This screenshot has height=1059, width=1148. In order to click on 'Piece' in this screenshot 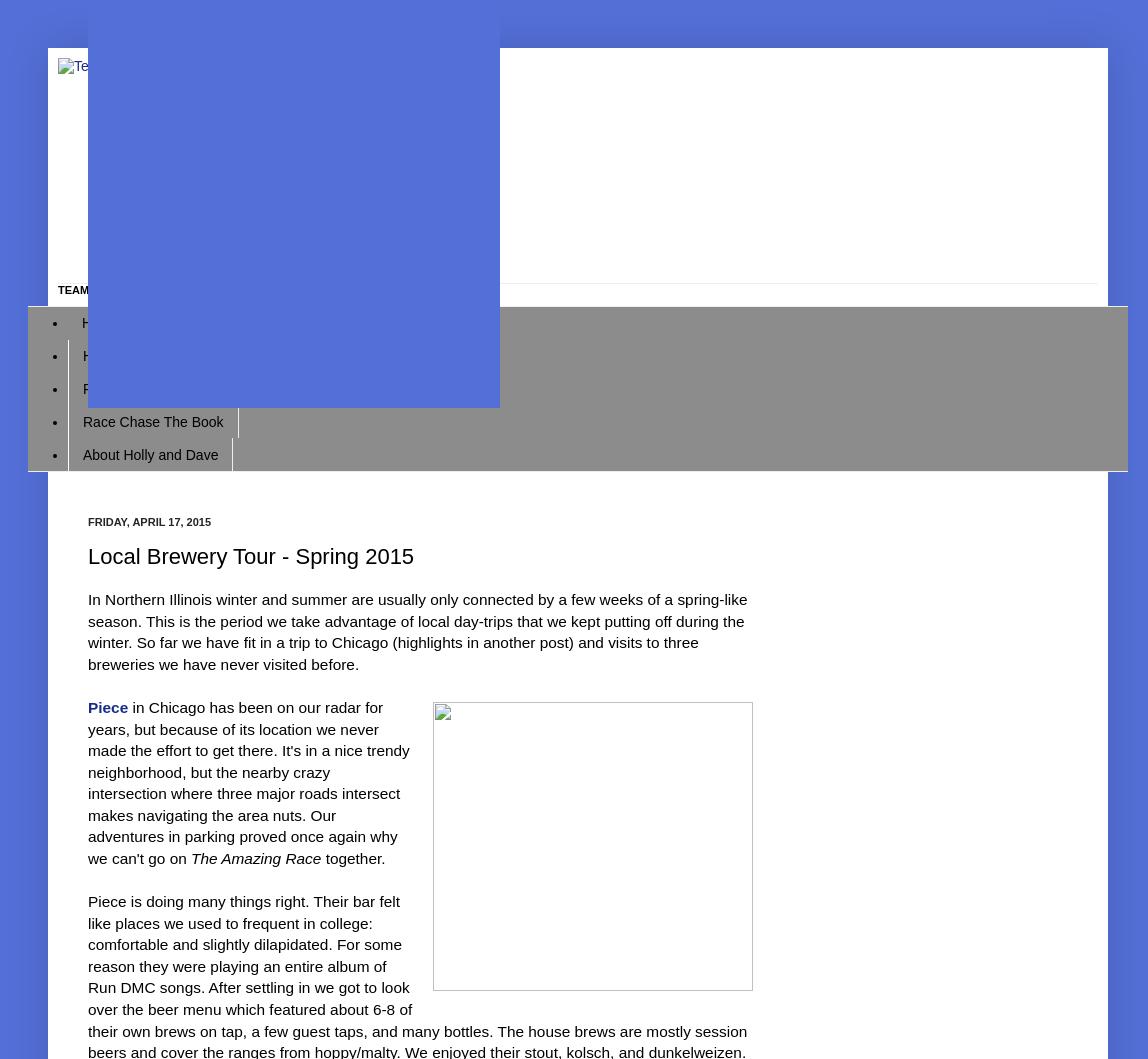, I will do `click(108, 707)`.